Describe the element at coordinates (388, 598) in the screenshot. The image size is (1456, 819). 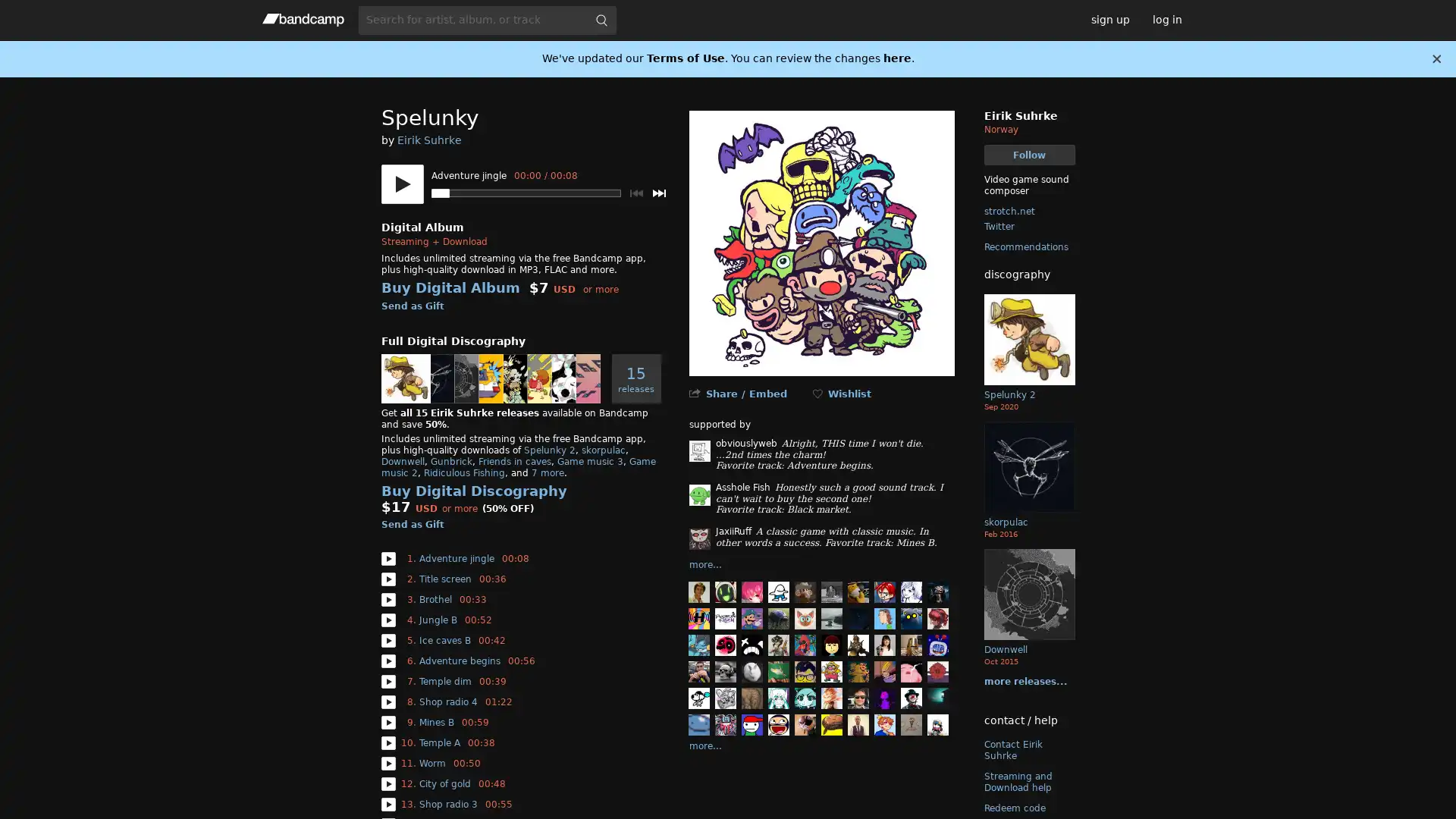
I see `Play Brothel` at that location.